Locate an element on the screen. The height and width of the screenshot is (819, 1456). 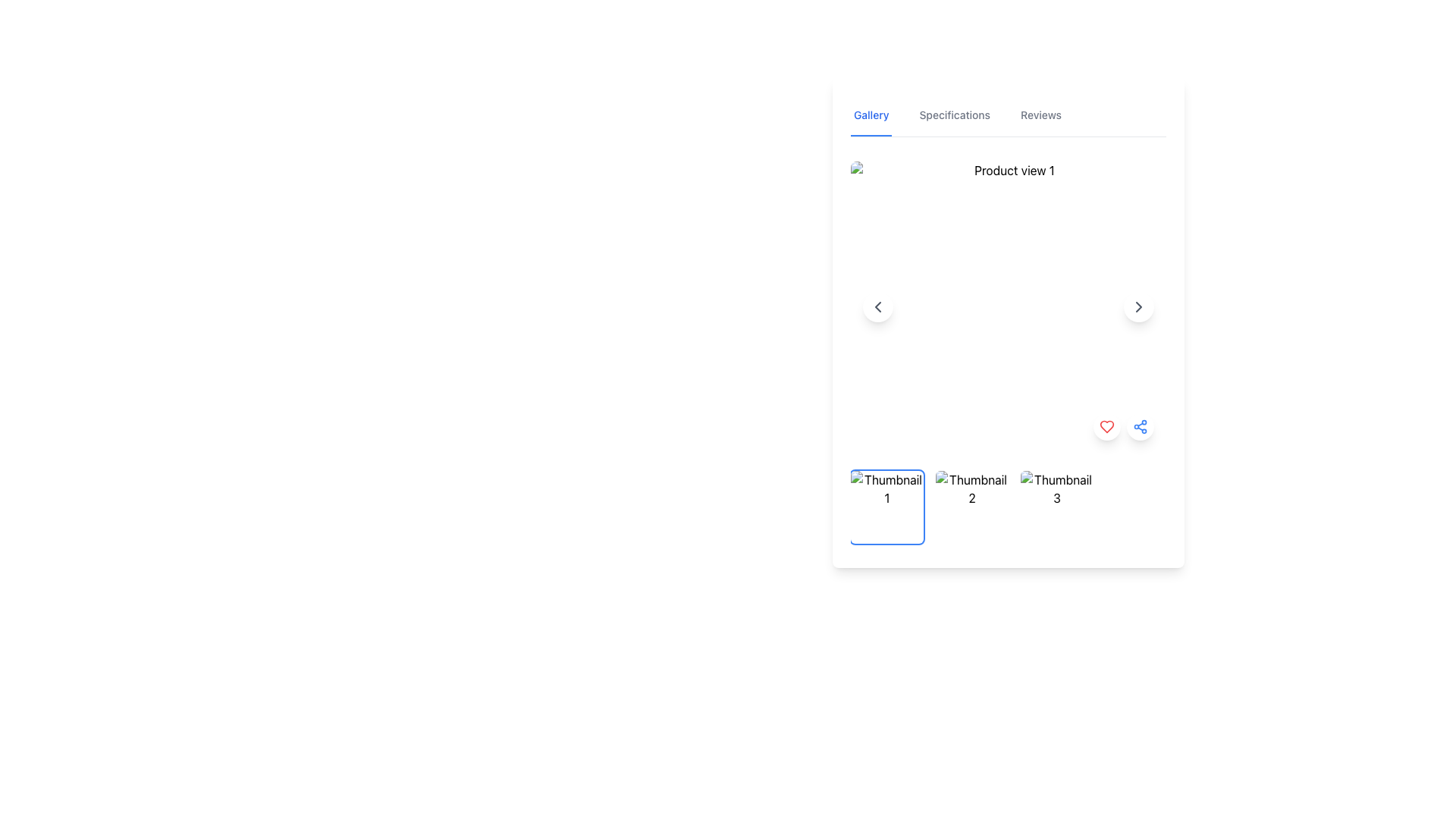
the 'Specifications' interactive tab in the navigation bar is located at coordinates (954, 115).